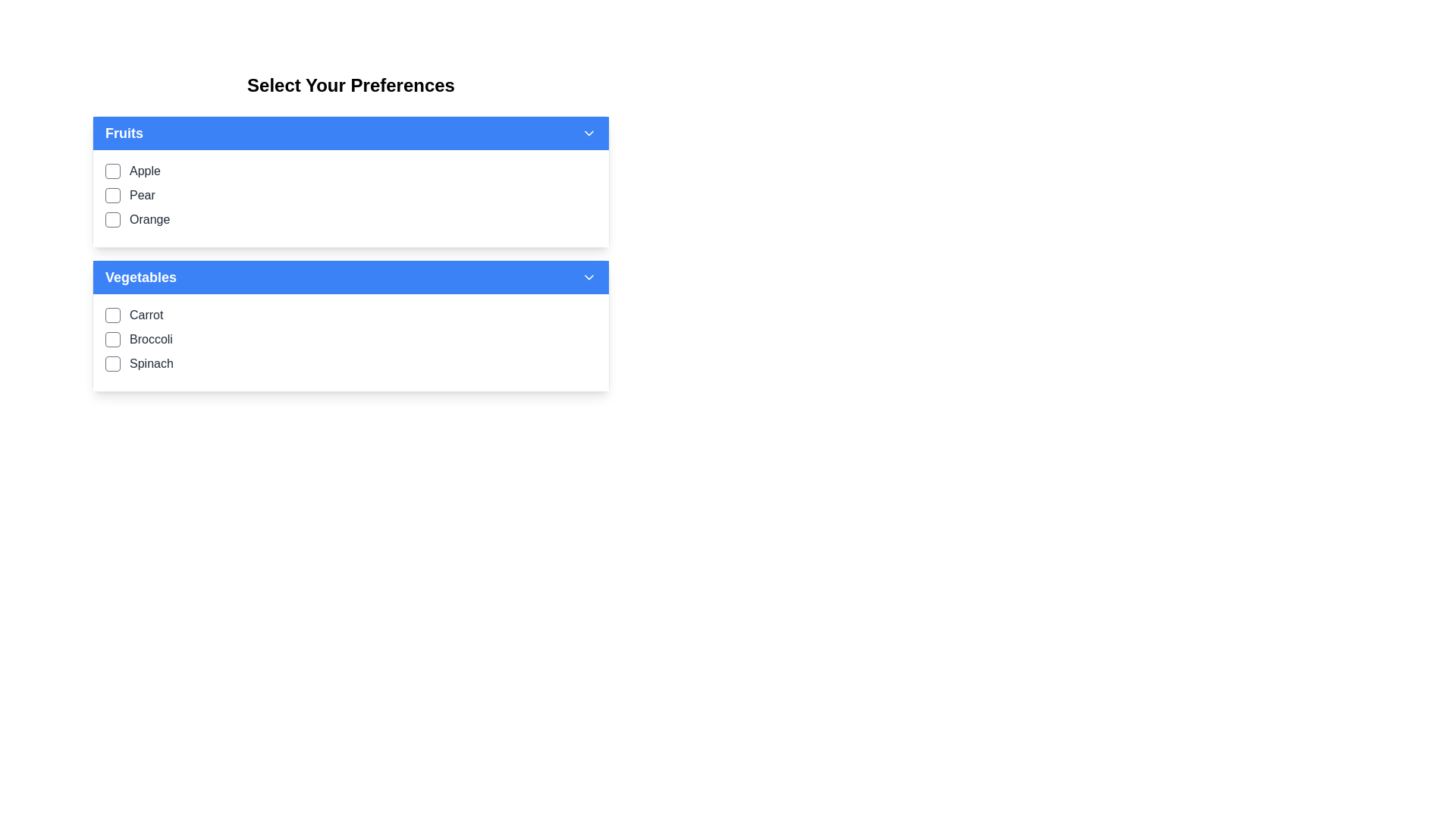  What do you see at coordinates (111, 338) in the screenshot?
I see `the checkbox for 'Broccoli' in the 'Vegetables' category` at bounding box center [111, 338].